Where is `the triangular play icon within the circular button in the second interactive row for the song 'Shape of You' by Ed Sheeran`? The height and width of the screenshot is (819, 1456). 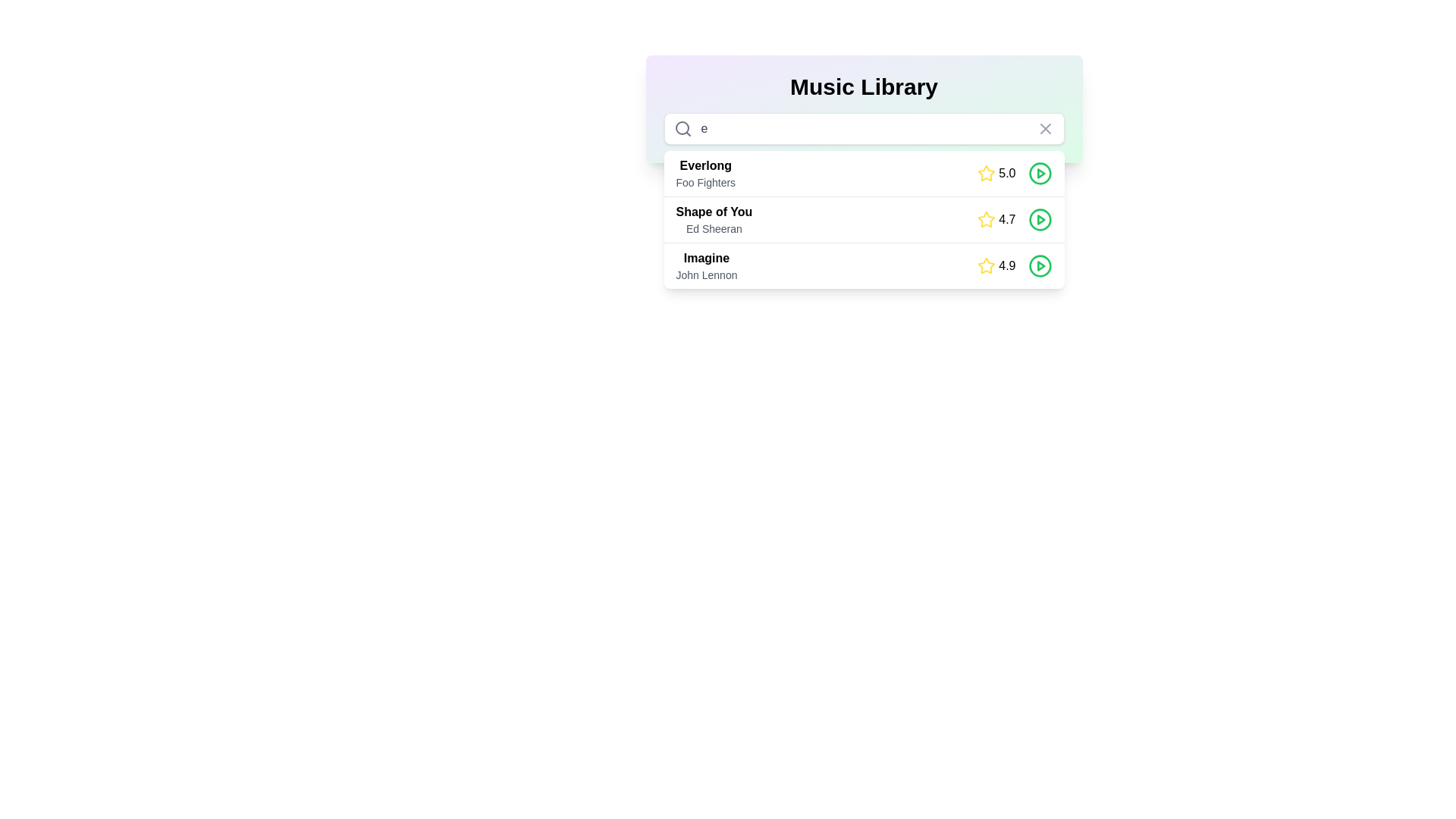 the triangular play icon within the circular button in the second interactive row for the song 'Shape of You' by Ed Sheeran is located at coordinates (1040, 219).